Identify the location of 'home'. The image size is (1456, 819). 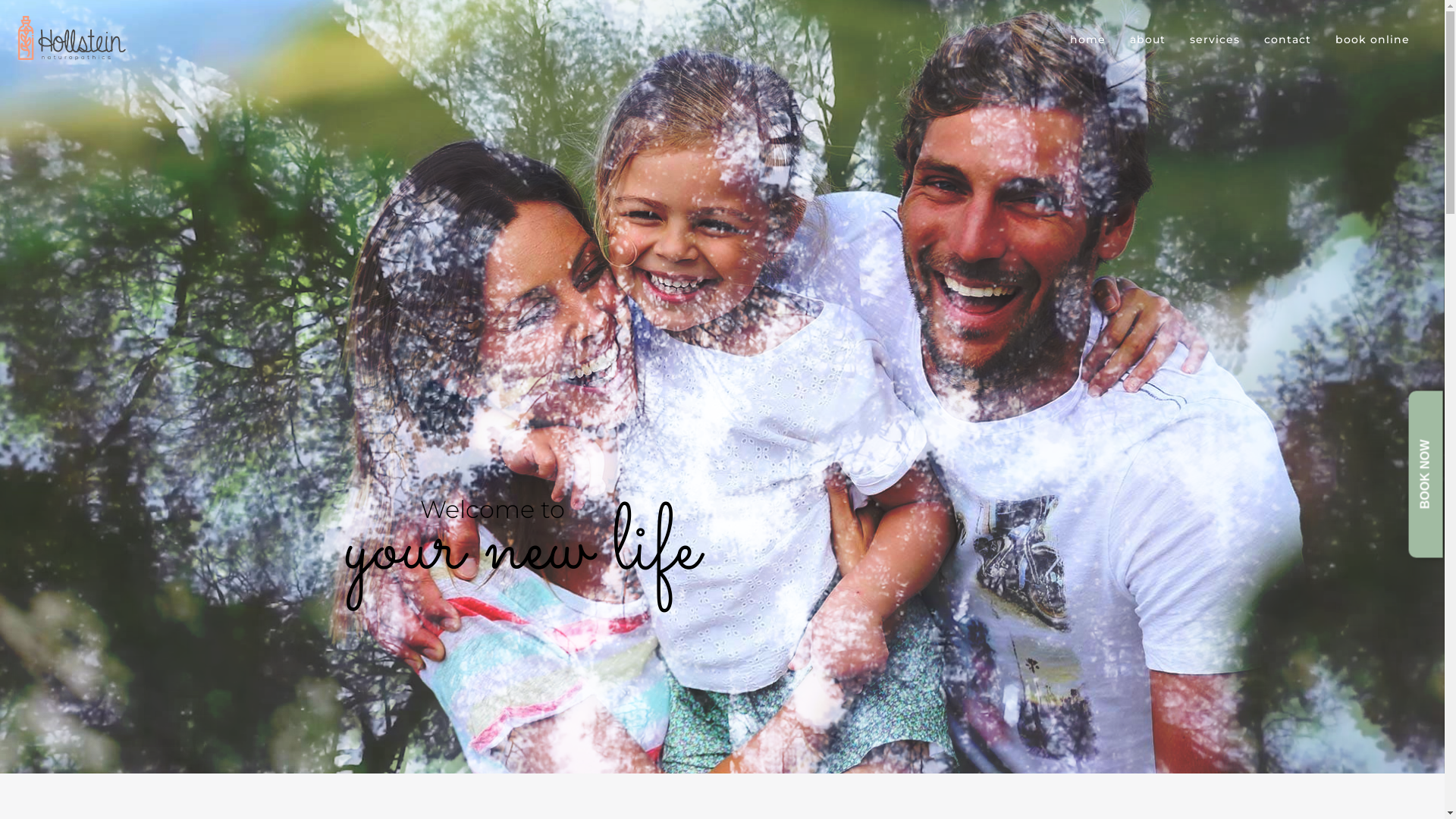
(1057, 37).